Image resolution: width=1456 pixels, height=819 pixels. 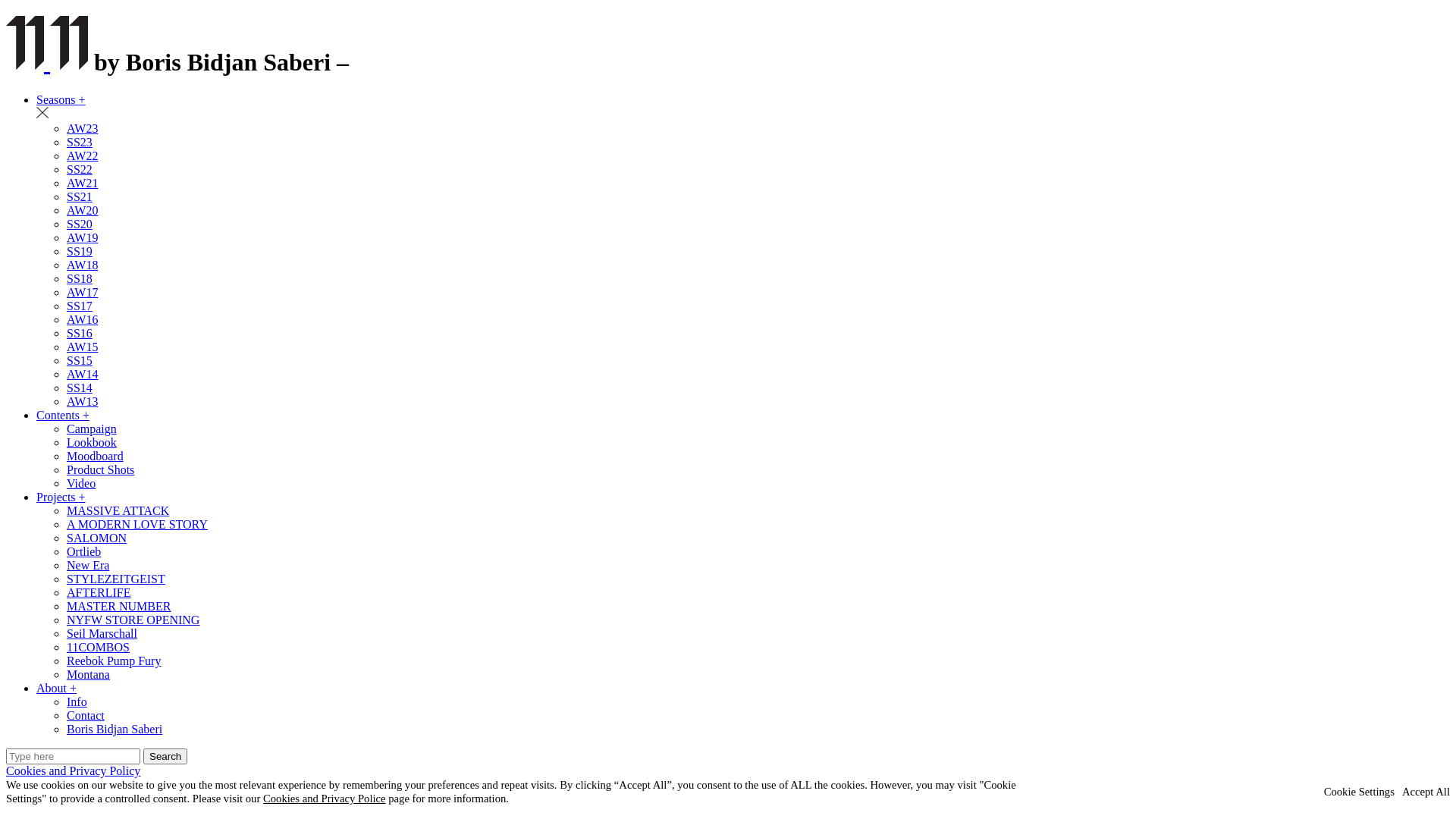 I want to click on 'Product Shots', so click(x=99, y=469).